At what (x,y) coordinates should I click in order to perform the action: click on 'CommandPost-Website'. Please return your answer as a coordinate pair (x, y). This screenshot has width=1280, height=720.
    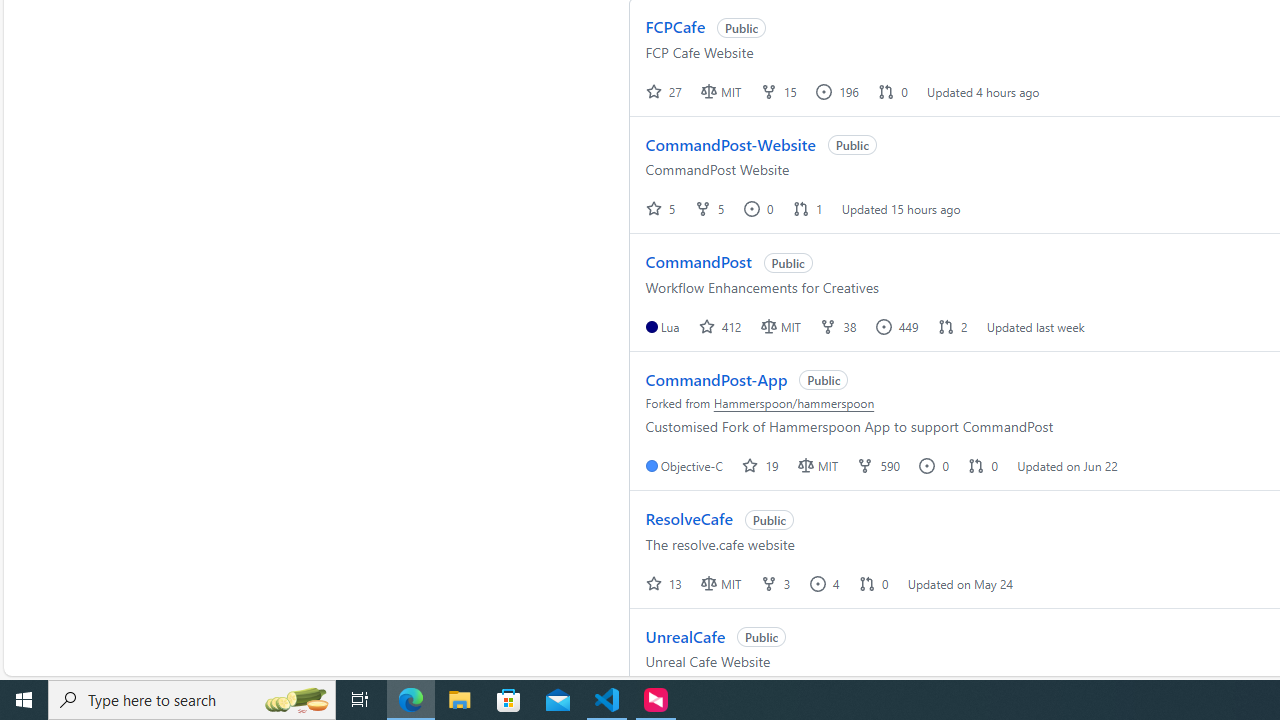
    Looking at the image, I should click on (729, 143).